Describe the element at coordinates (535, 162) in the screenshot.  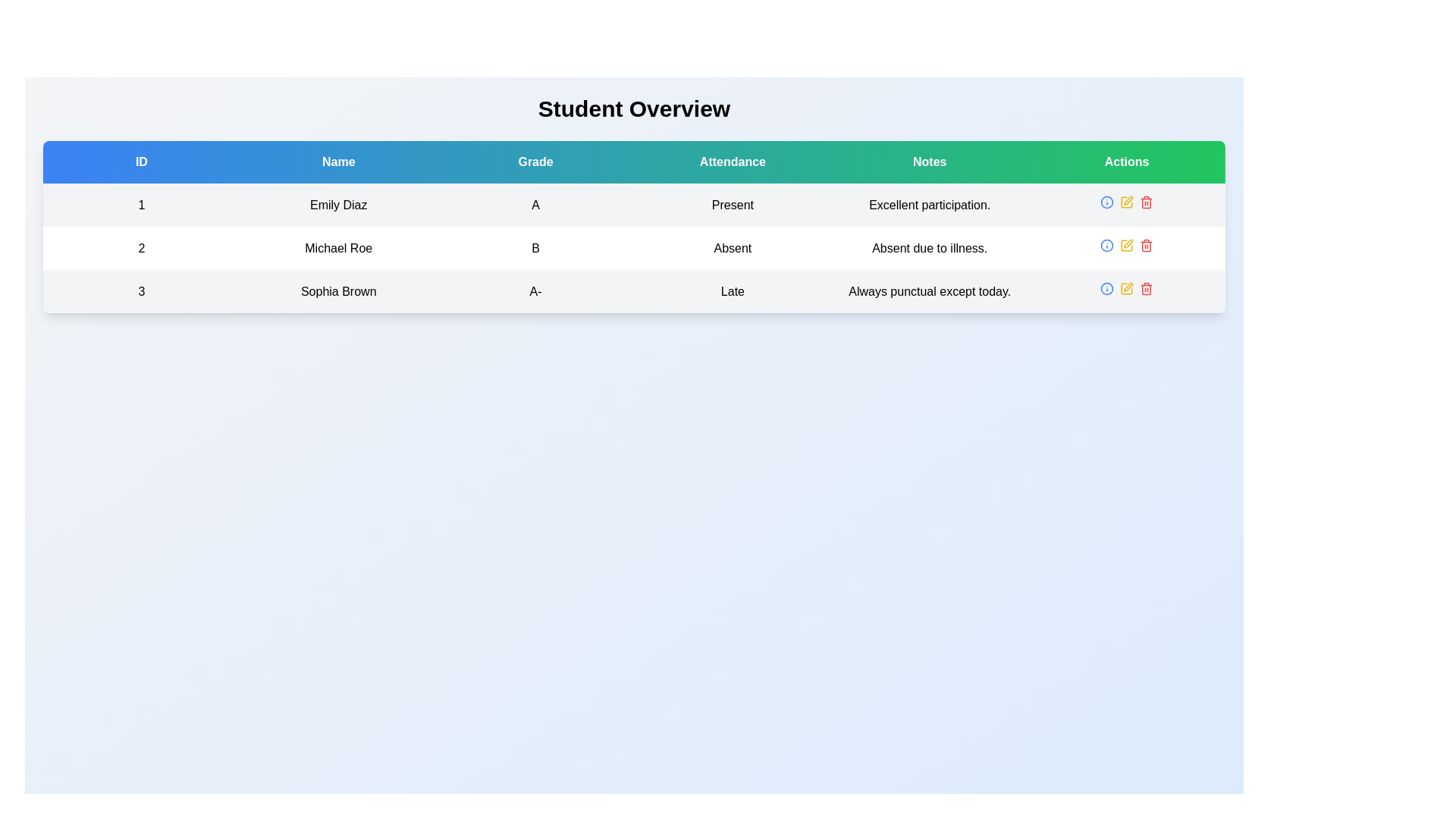
I see `the static text label for the 'Grade' column, which is the third item in the header row of the table displaying student grades` at that location.